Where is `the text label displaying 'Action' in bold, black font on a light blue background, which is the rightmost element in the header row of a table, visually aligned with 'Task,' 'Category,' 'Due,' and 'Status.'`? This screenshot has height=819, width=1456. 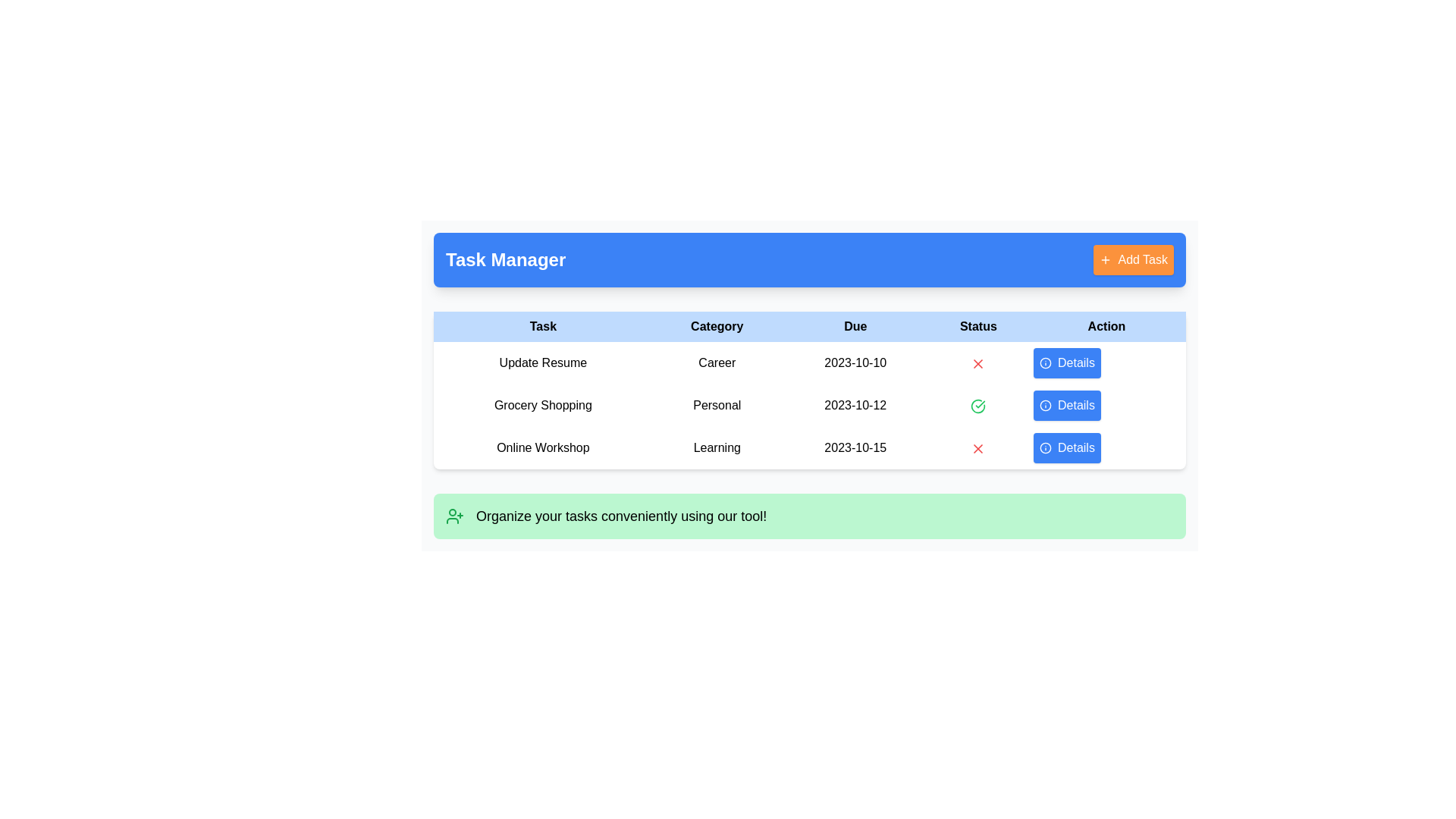 the text label displaying 'Action' in bold, black font on a light blue background, which is the rightmost element in the header row of a table, visually aligned with 'Task,' 'Category,' 'Due,' and 'Status.' is located at coordinates (1106, 326).